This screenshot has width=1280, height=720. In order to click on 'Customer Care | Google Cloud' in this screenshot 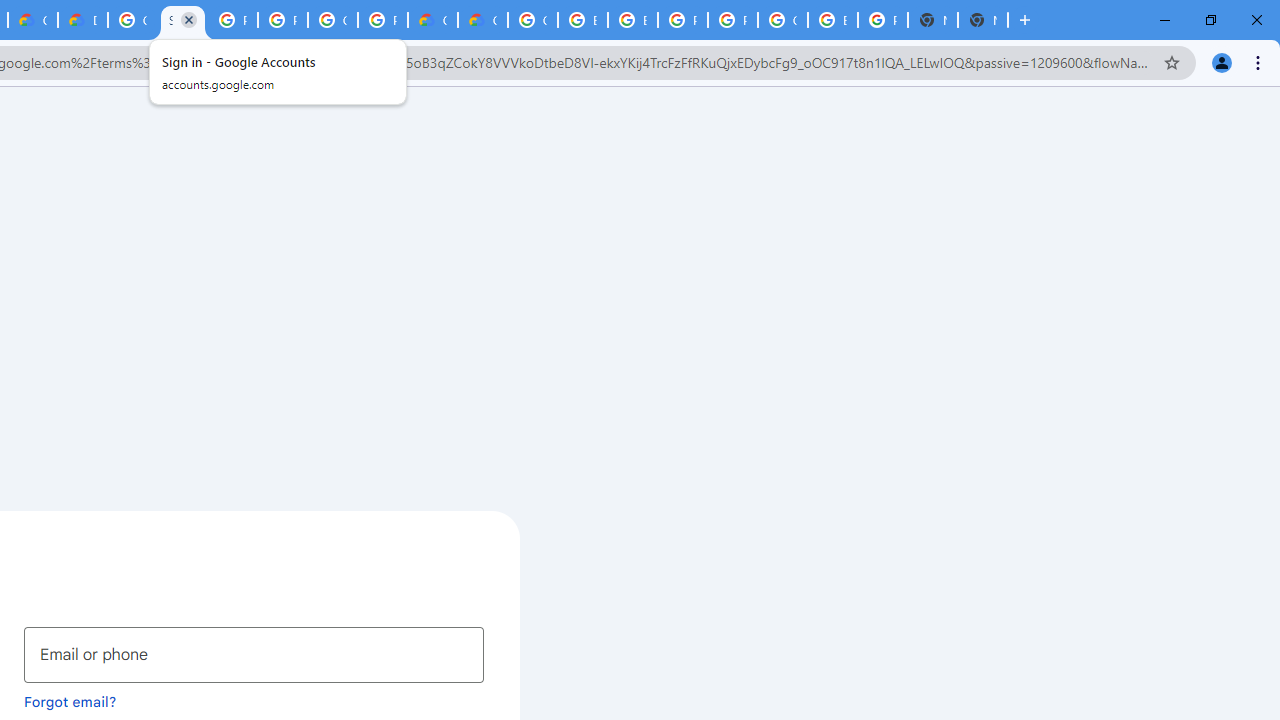, I will do `click(432, 20)`.